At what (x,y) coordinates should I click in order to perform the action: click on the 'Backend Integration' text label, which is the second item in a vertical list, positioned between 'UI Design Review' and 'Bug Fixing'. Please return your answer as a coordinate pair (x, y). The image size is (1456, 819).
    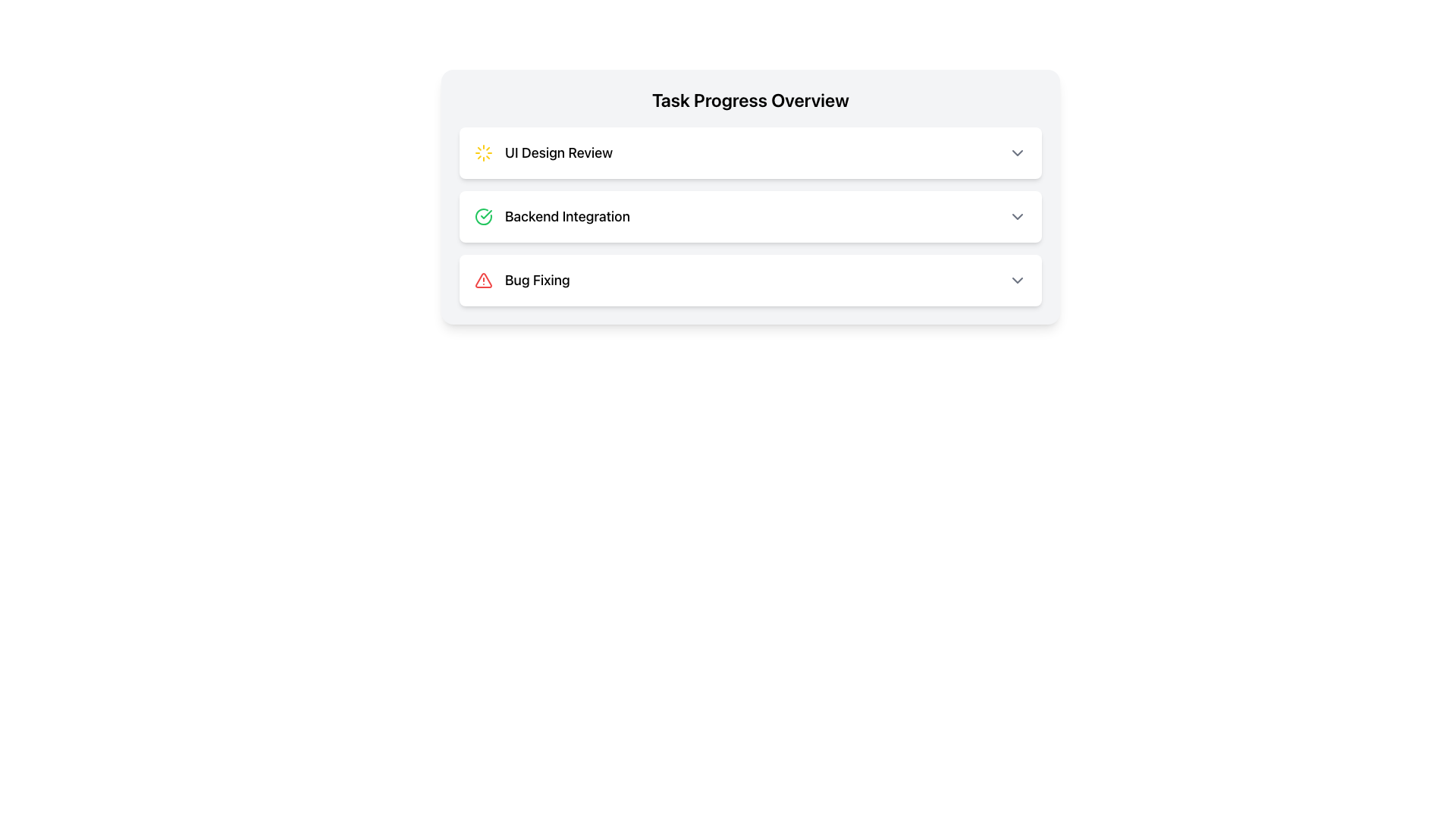
    Looking at the image, I should click on (566, 216).